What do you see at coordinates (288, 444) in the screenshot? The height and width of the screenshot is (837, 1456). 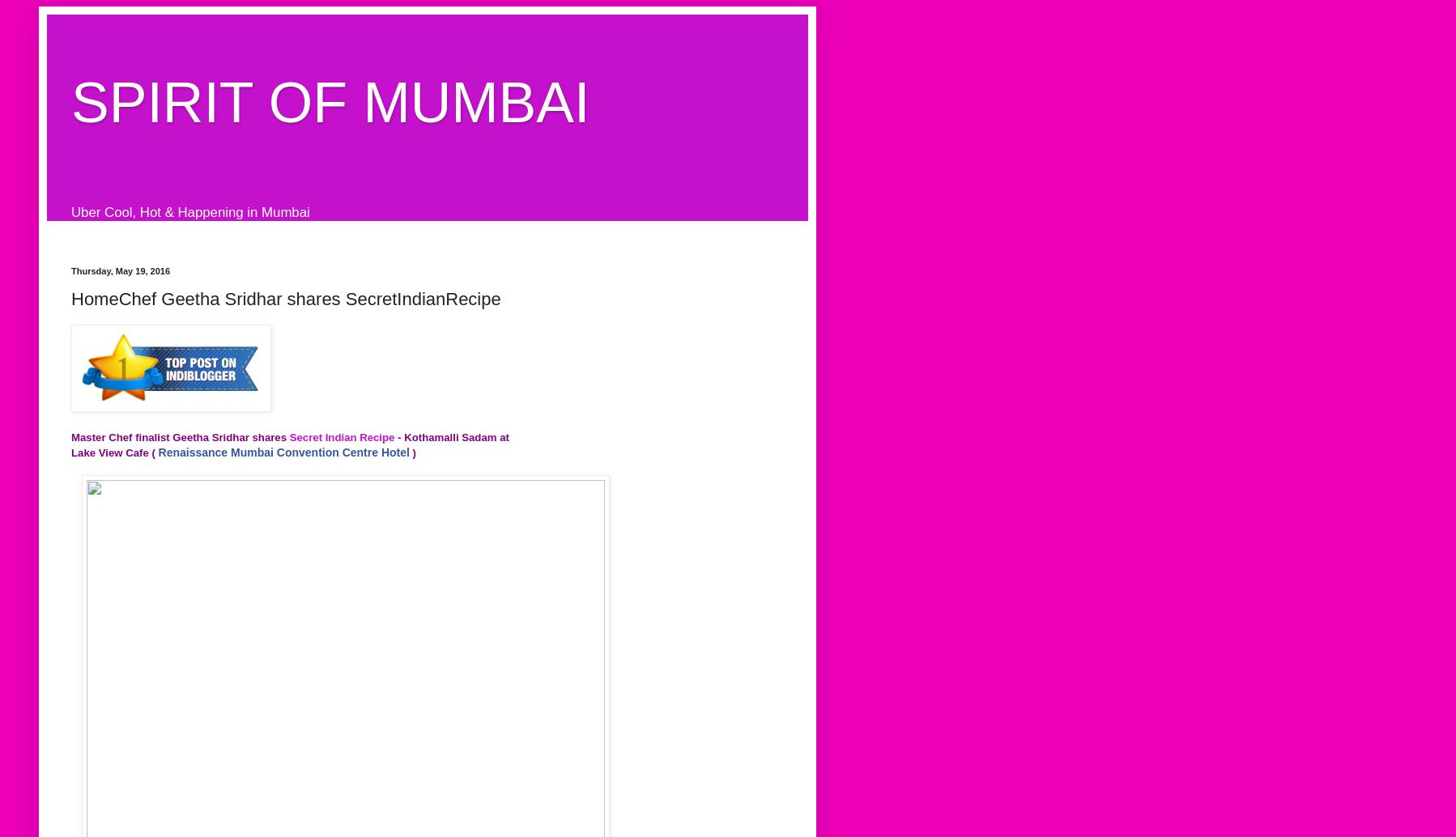 I see `'at Lake View Cafe ('` at bounding box center [288, 444].